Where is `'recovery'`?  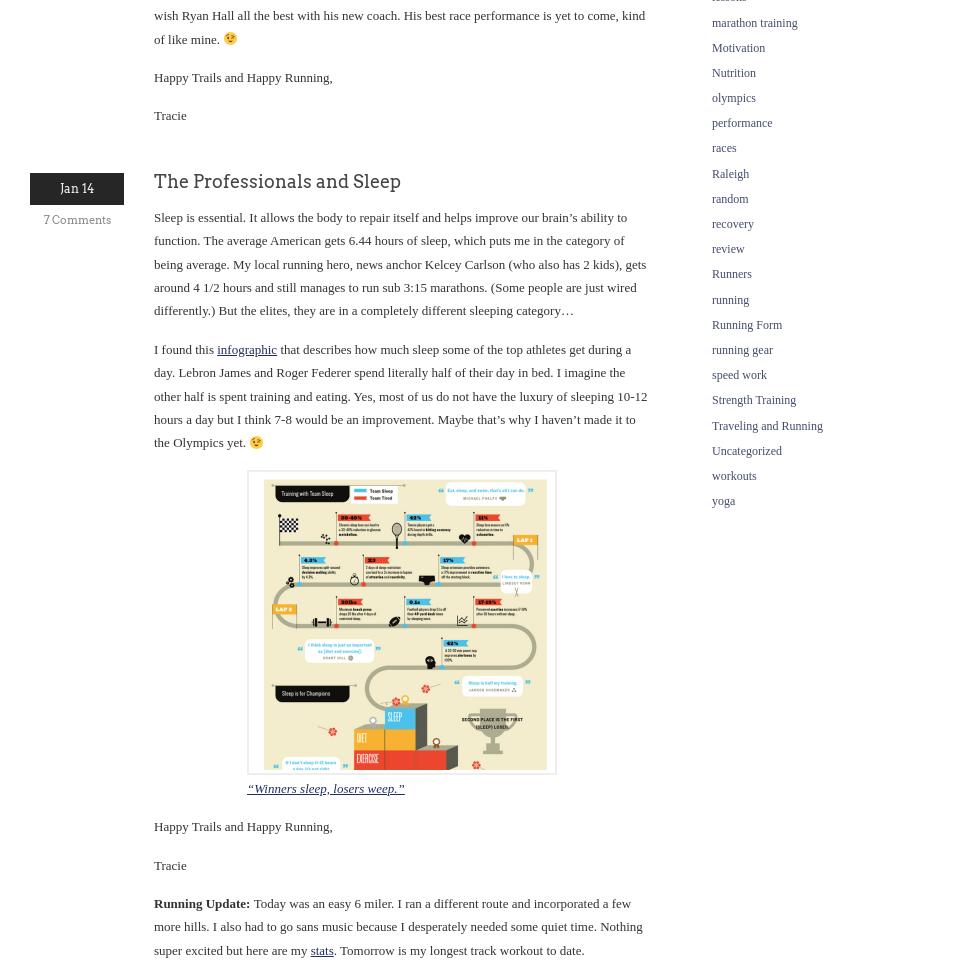
'recovery' is located at coordinates (731, 223).